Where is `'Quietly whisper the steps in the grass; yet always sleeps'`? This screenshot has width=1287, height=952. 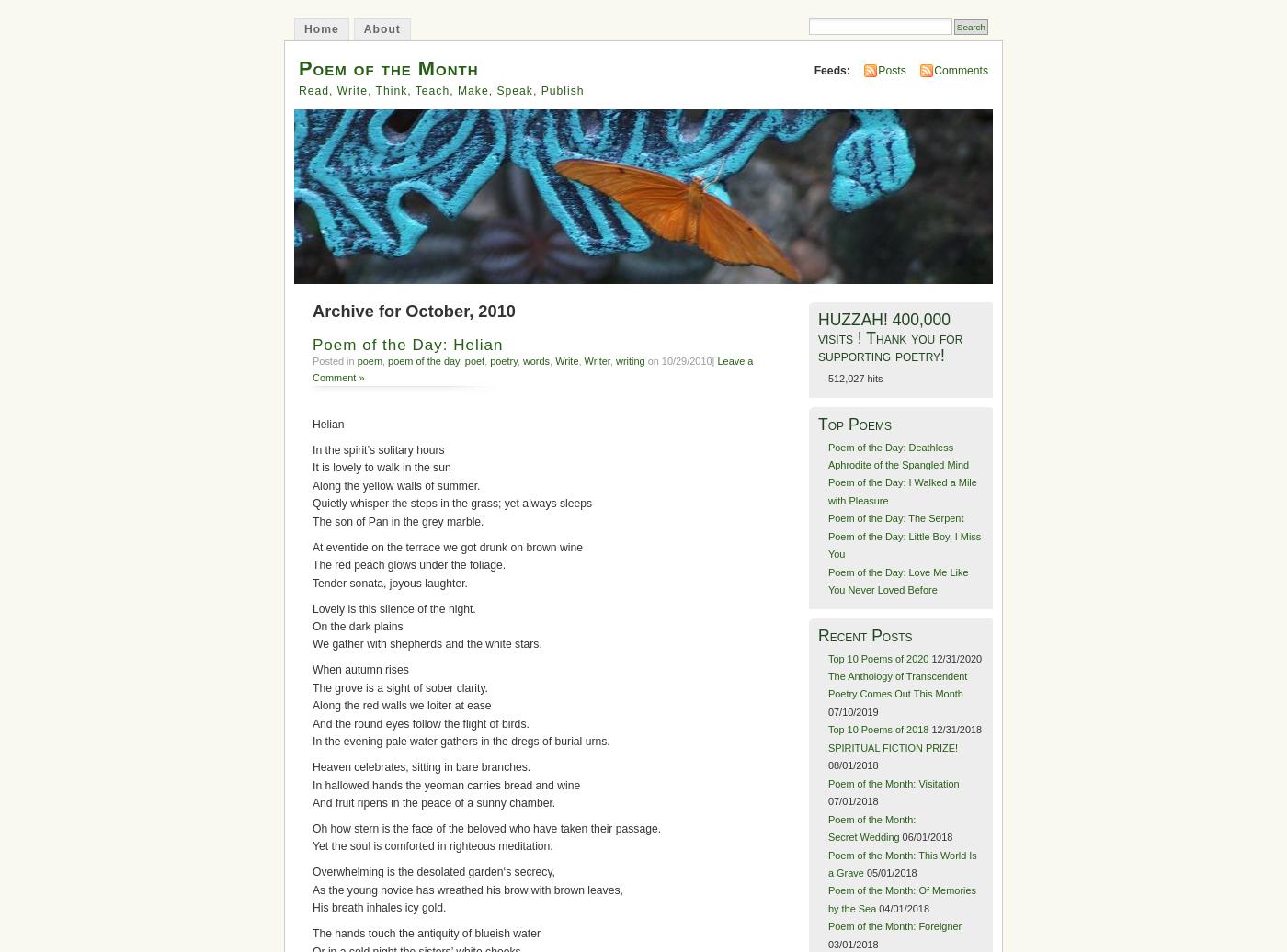
'Quietly whisper the steps in the grass; yet always sleeps' is located at coordinates (451, 504).